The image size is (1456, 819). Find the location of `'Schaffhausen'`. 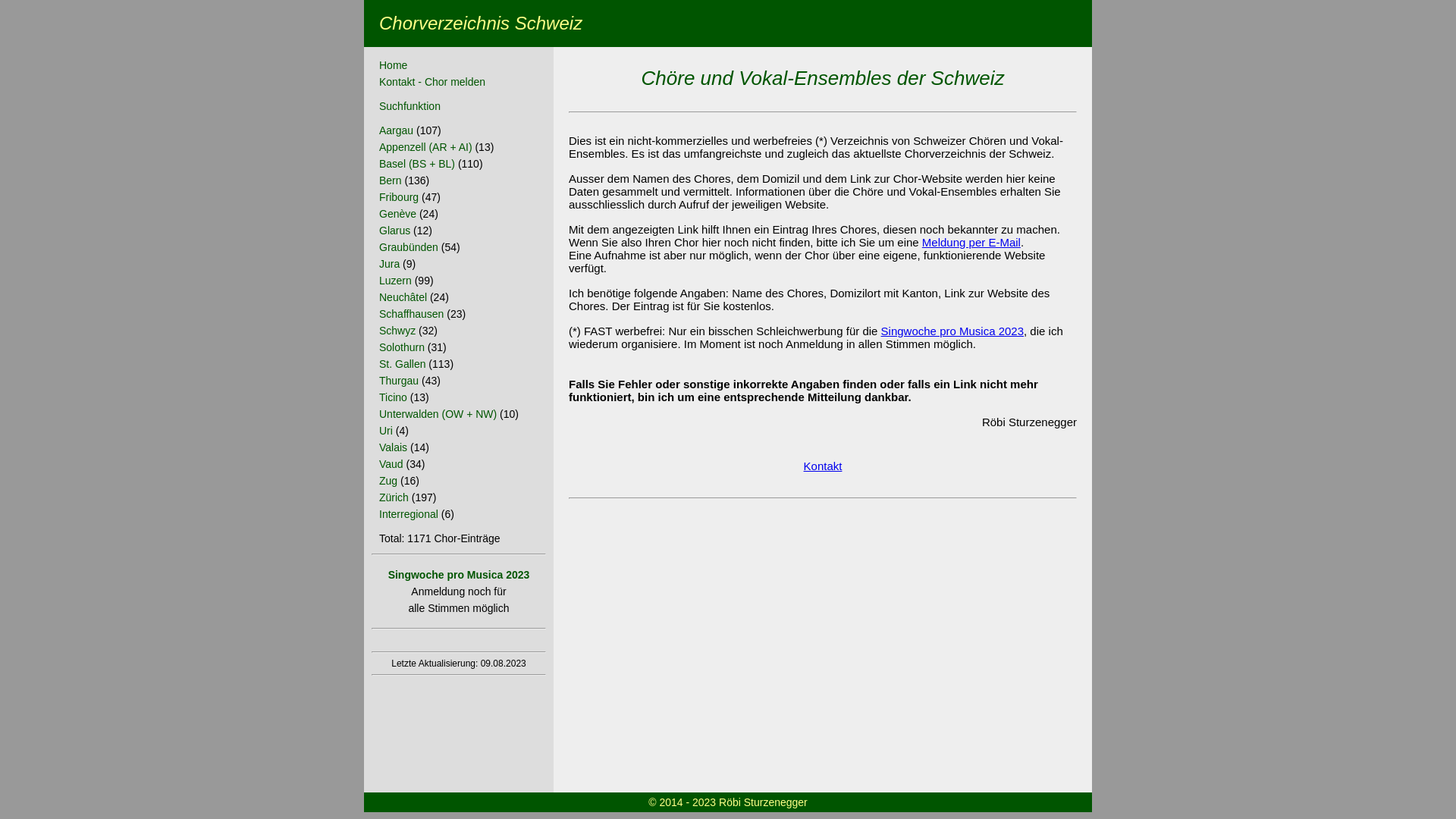

'Schaffhausen' is located at coordinates (411, 312).